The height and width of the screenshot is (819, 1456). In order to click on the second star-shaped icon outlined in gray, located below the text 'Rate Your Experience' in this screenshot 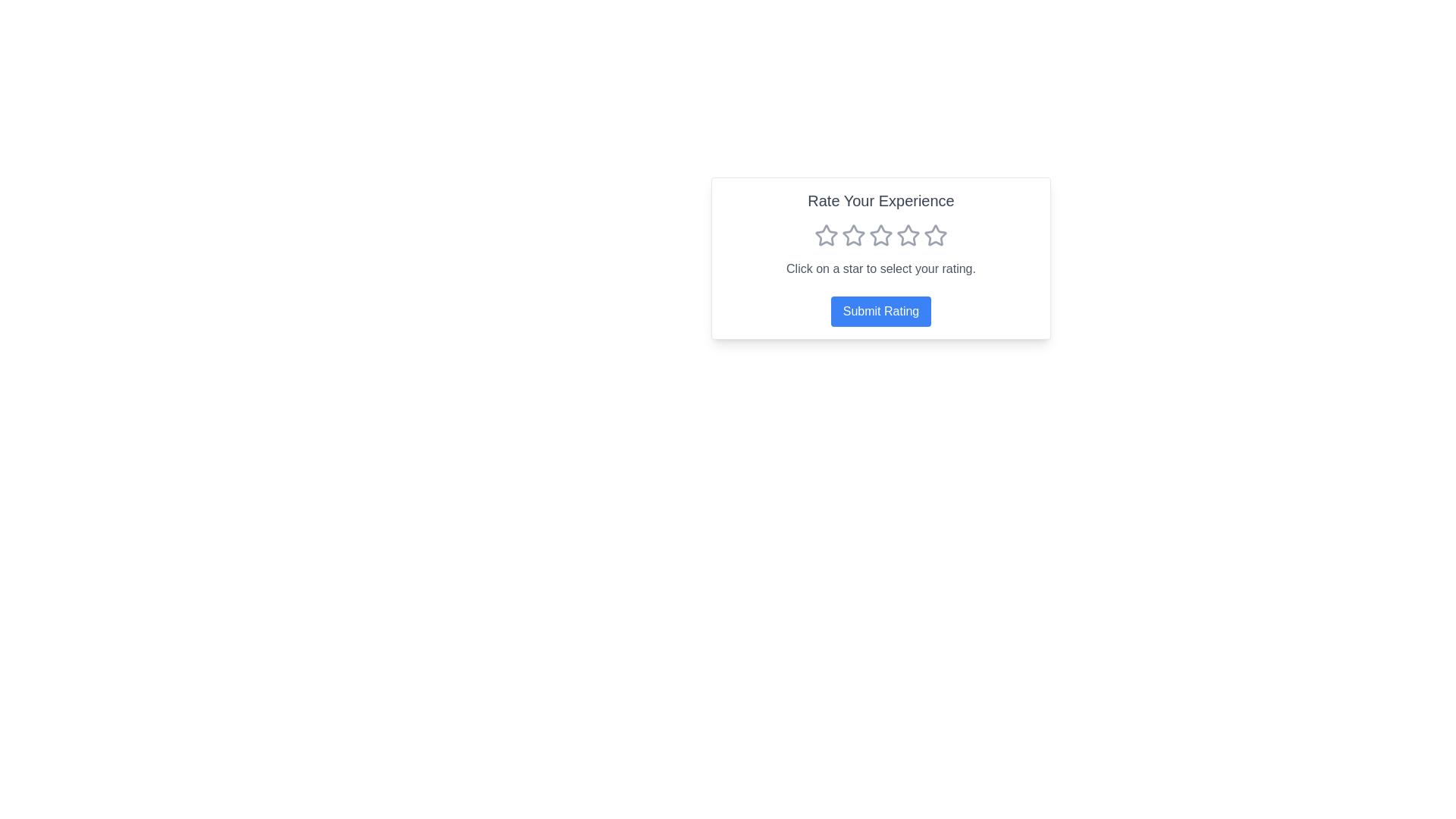, I will do `click(854, 235)`.